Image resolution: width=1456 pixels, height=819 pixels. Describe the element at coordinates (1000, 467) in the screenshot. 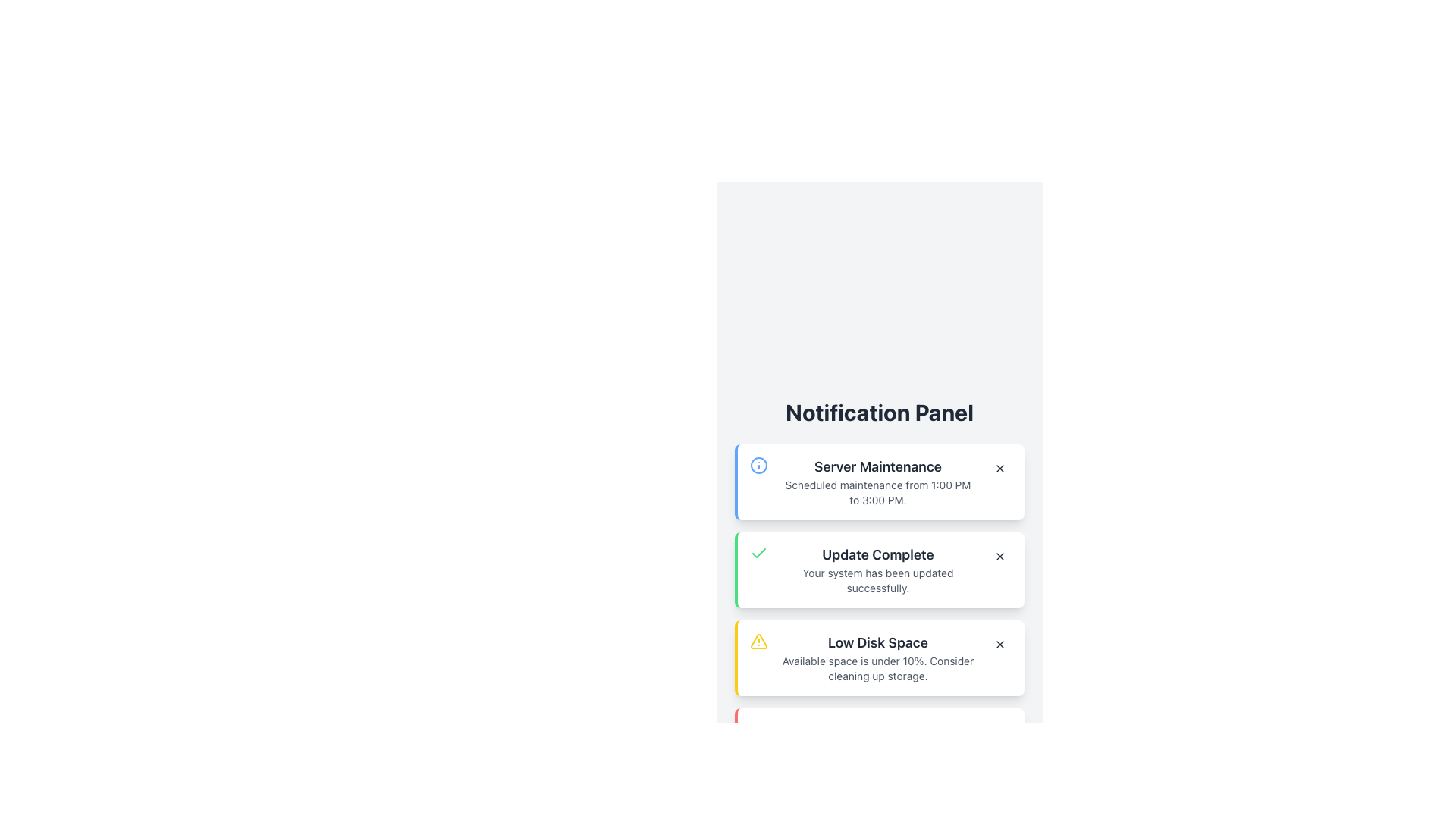

I see `the dismiss icon button located at the top-right corner of the 'Server Maintenance' notification card to clear the notification from the panel` at that location.